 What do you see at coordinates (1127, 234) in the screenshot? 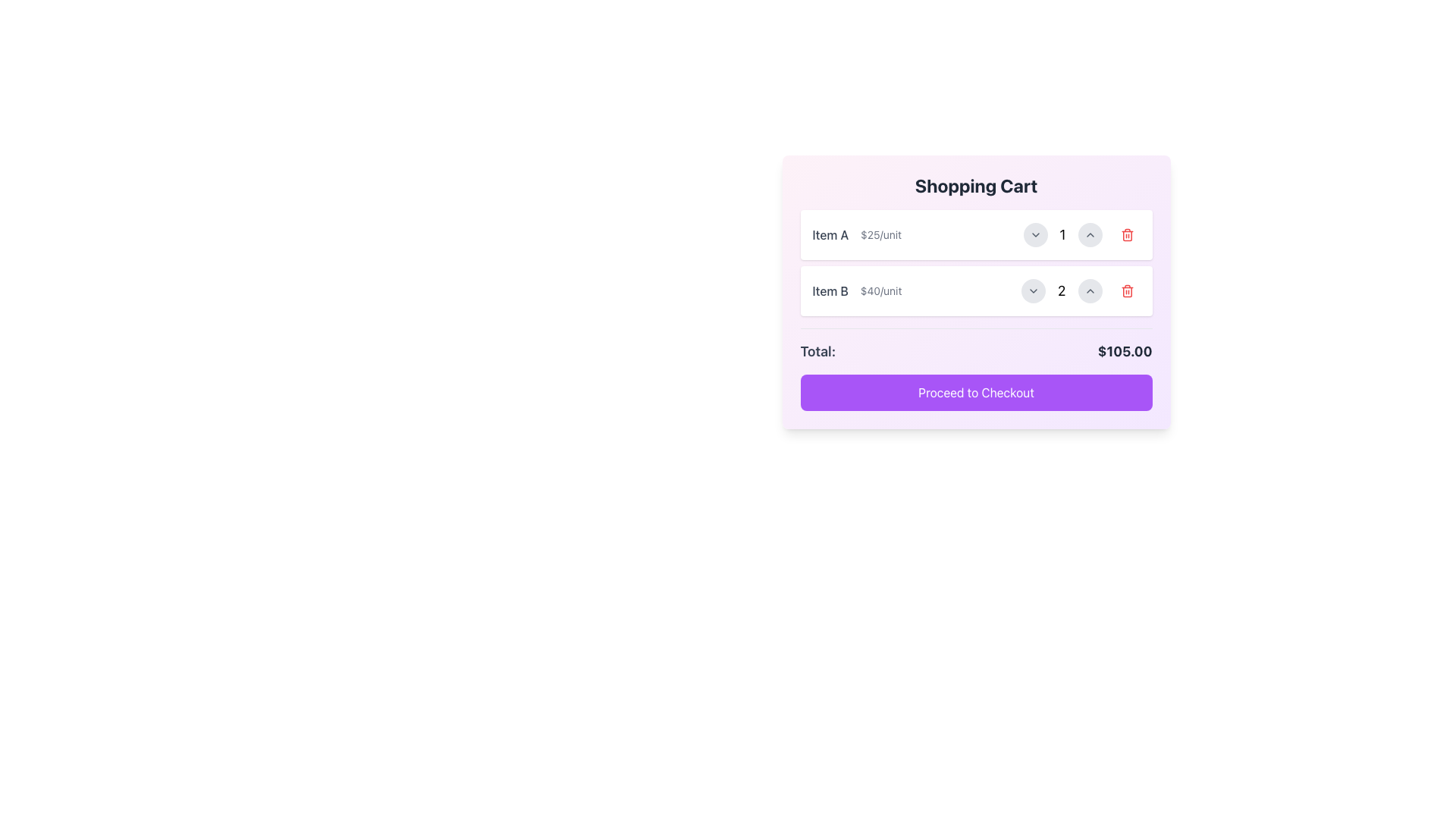
I see `the delete button located on the right side of the shopping cart interface next to the quantity selector for Item A to provide visual feedback` at bounding box center [1127, 234].